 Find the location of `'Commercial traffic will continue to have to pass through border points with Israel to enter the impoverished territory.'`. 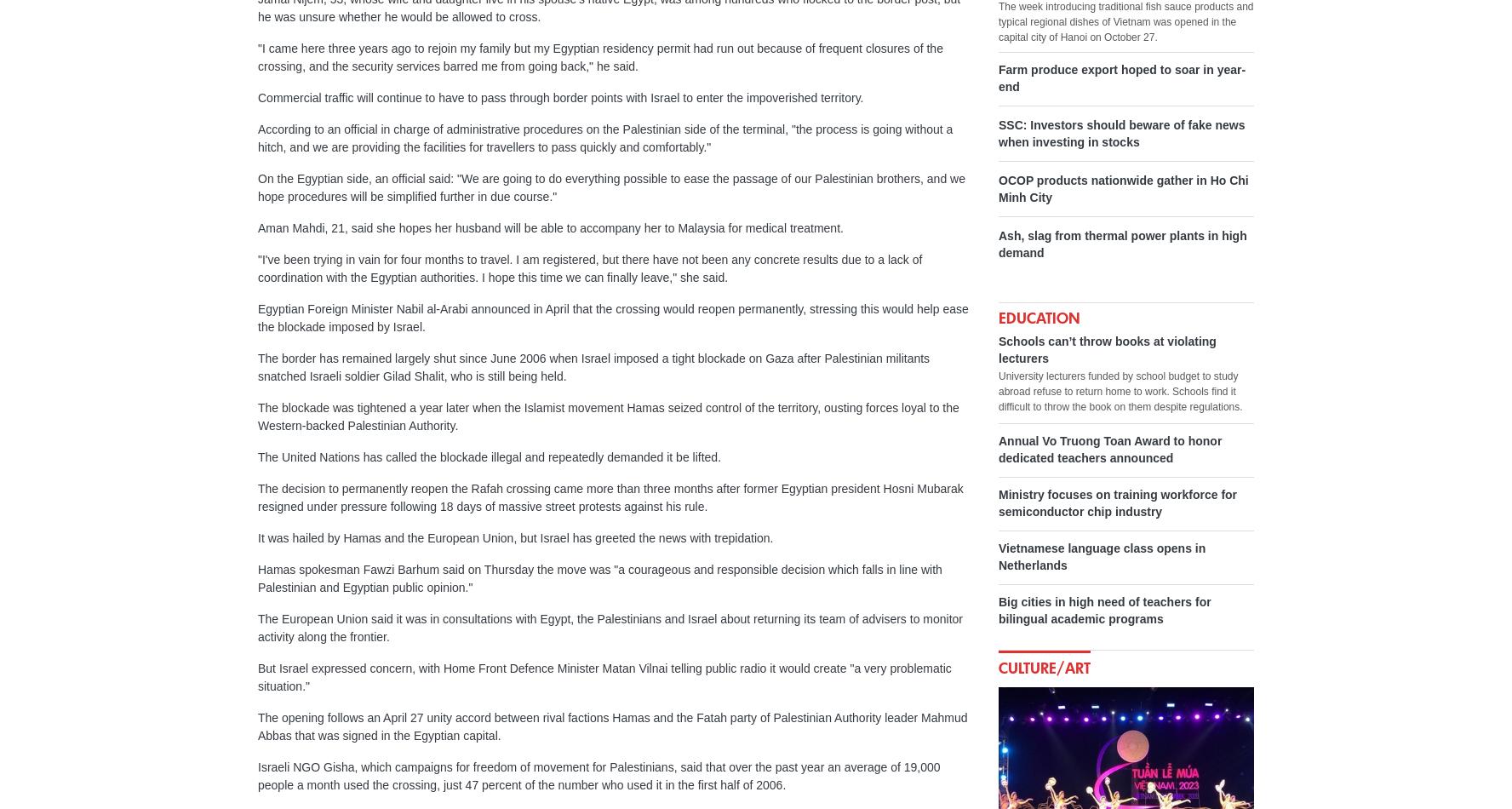

'Commercial traffic will continue to have to pass through border points with Israel to enter the impoverished territory.' is located at coordinates (559, 98).